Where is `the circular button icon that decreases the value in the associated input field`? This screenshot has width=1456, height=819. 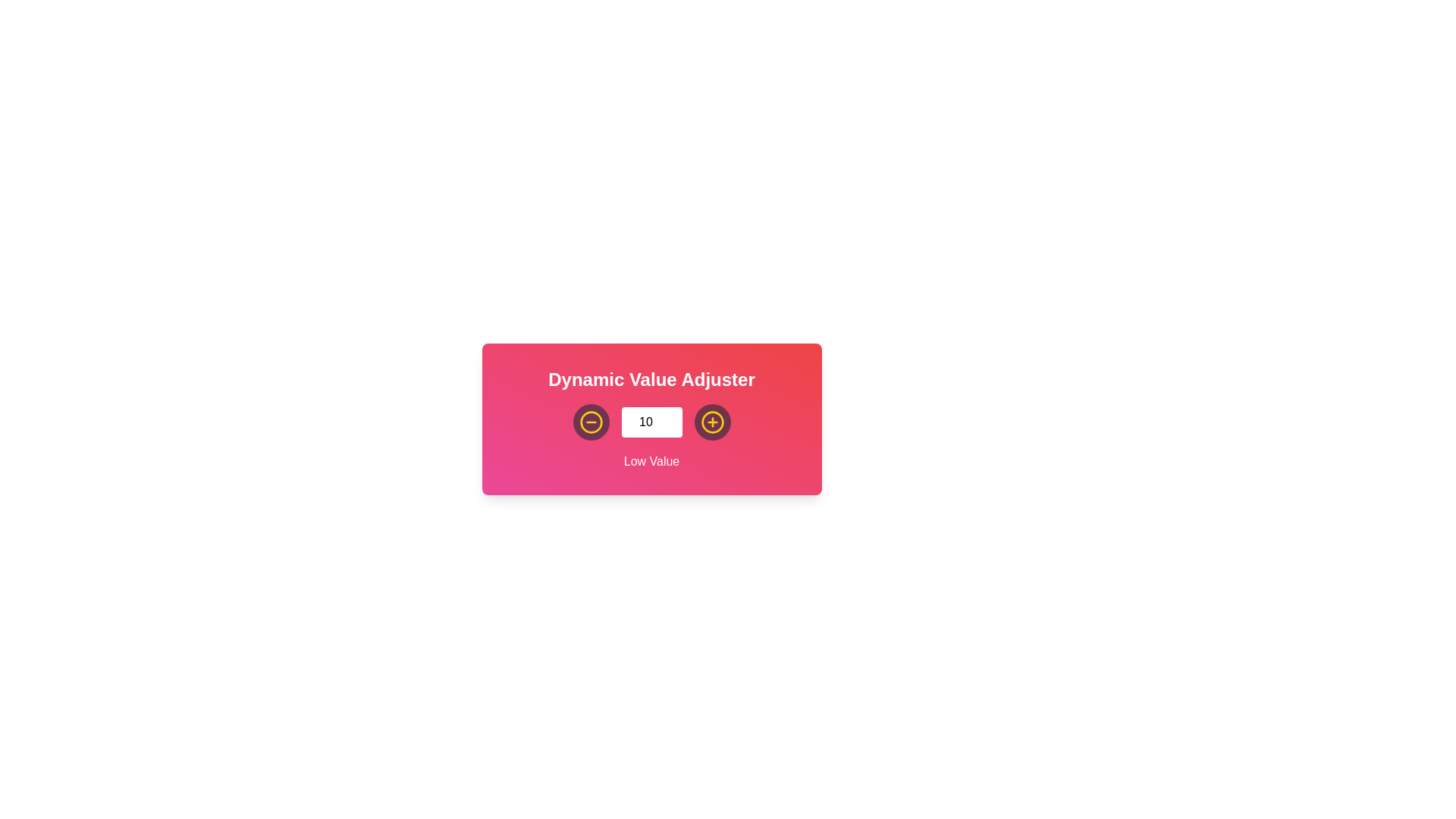 the circular button icon that decreases the value in the associated input field is located at coordinates (711, 422).